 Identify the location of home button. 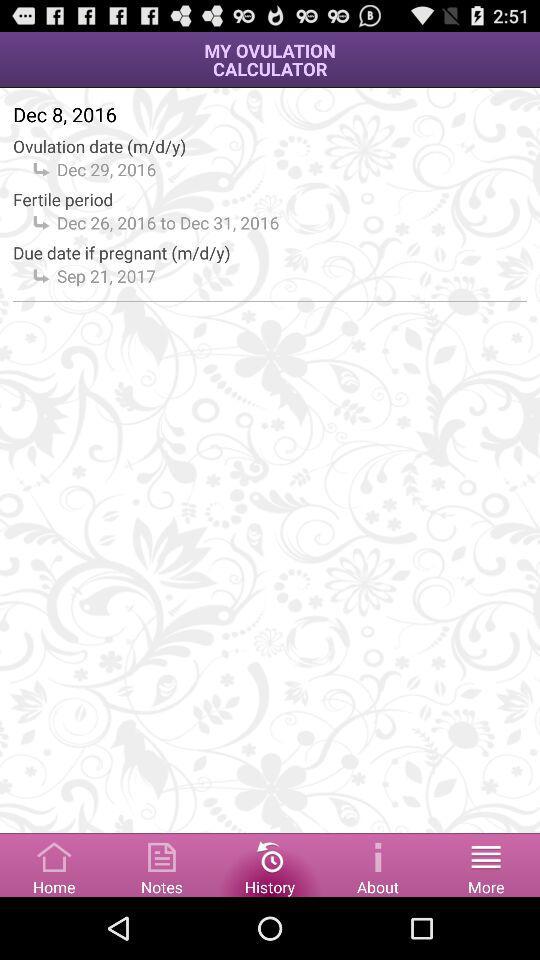
(54, 863).